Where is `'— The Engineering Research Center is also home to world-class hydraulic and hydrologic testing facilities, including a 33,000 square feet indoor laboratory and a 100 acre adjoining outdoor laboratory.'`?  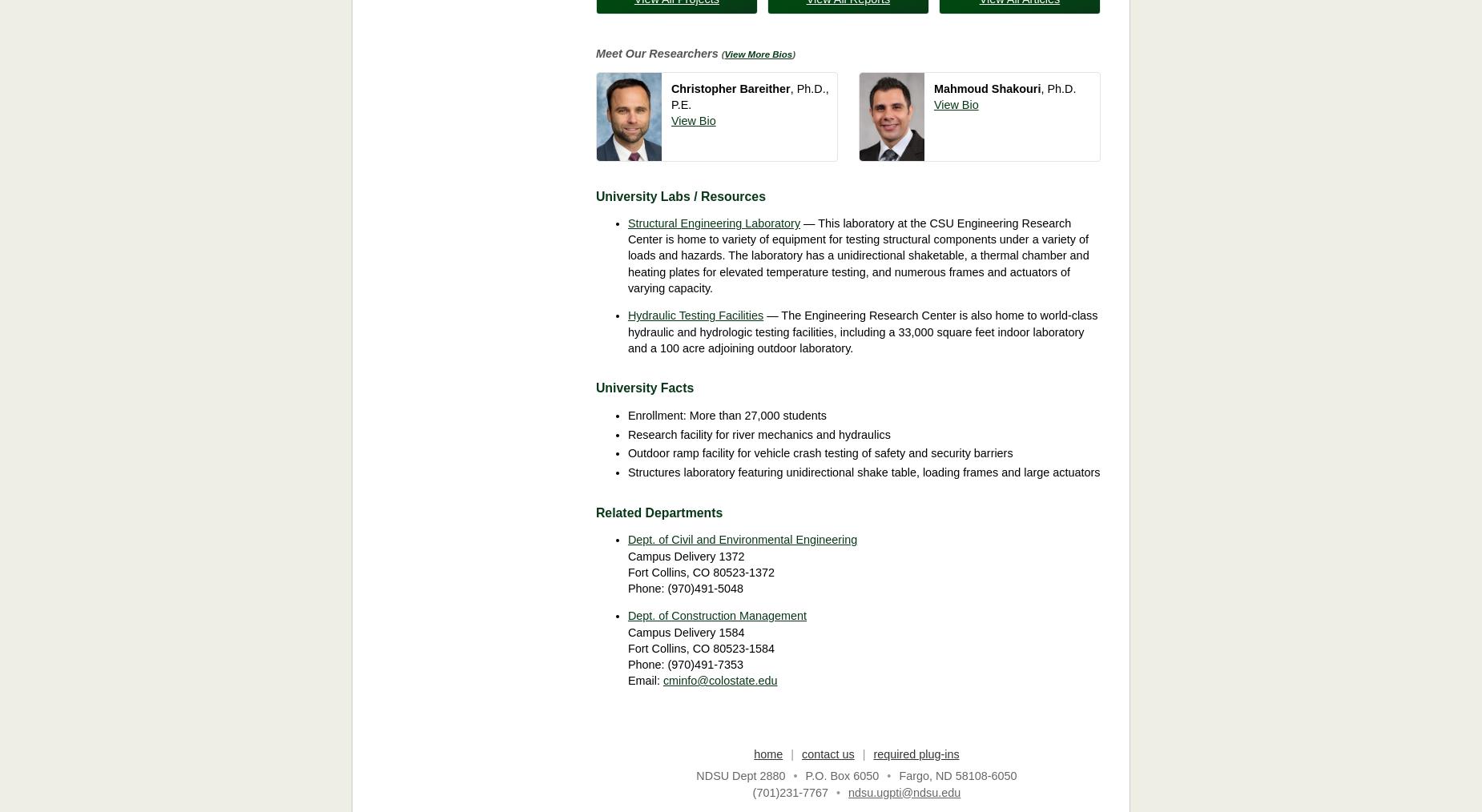 '— The Engineering Research Center is also home to world-class hydraulic and hydrologic testing facilities, including a 33,000 square feet indoor laboratory and a 100 acre adjoining outdoor laboratory.' is located at coordinates (861, 331).